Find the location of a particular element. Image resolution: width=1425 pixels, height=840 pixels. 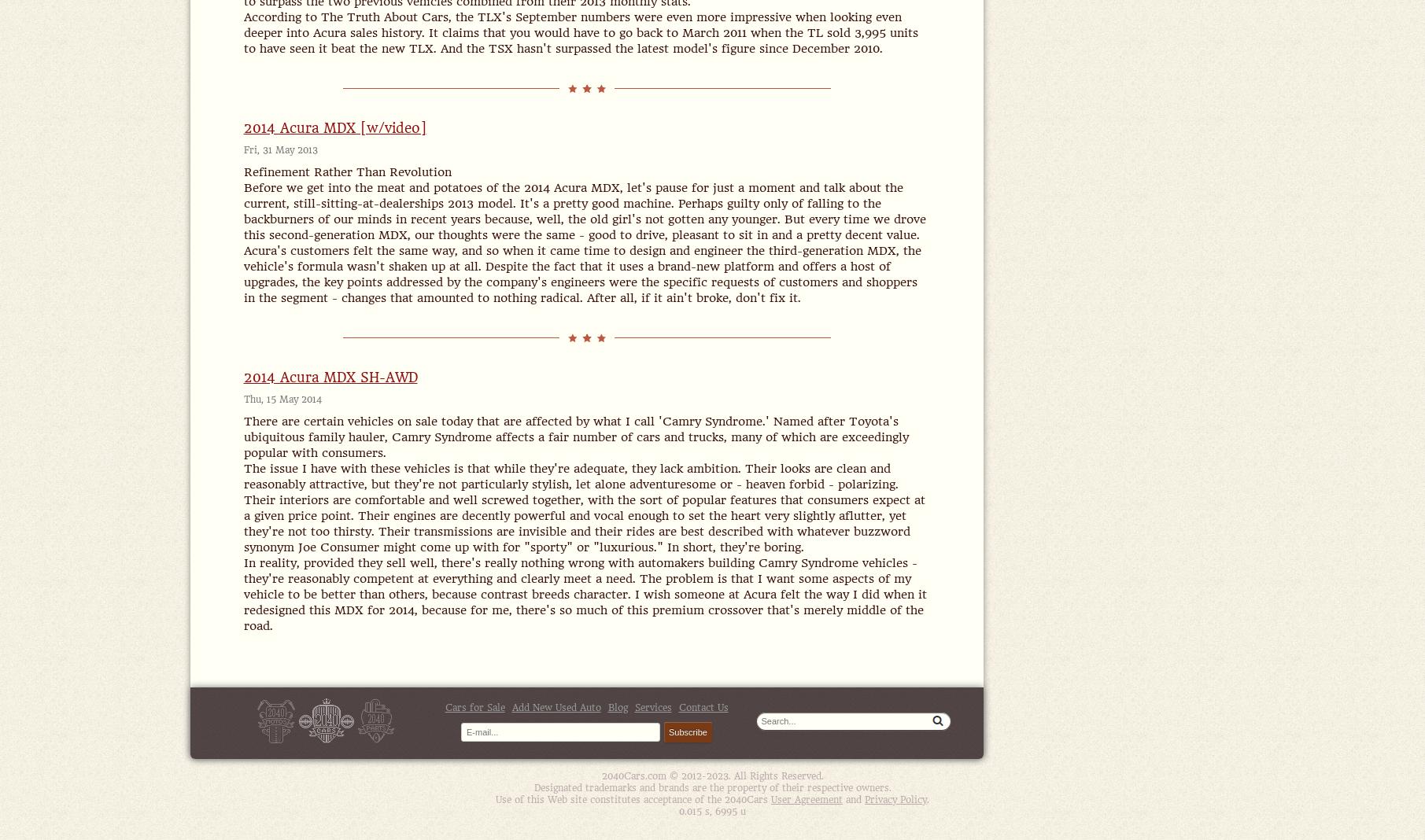

'Refinement Rather Than Revolution' is located at coordinates (346, 172).